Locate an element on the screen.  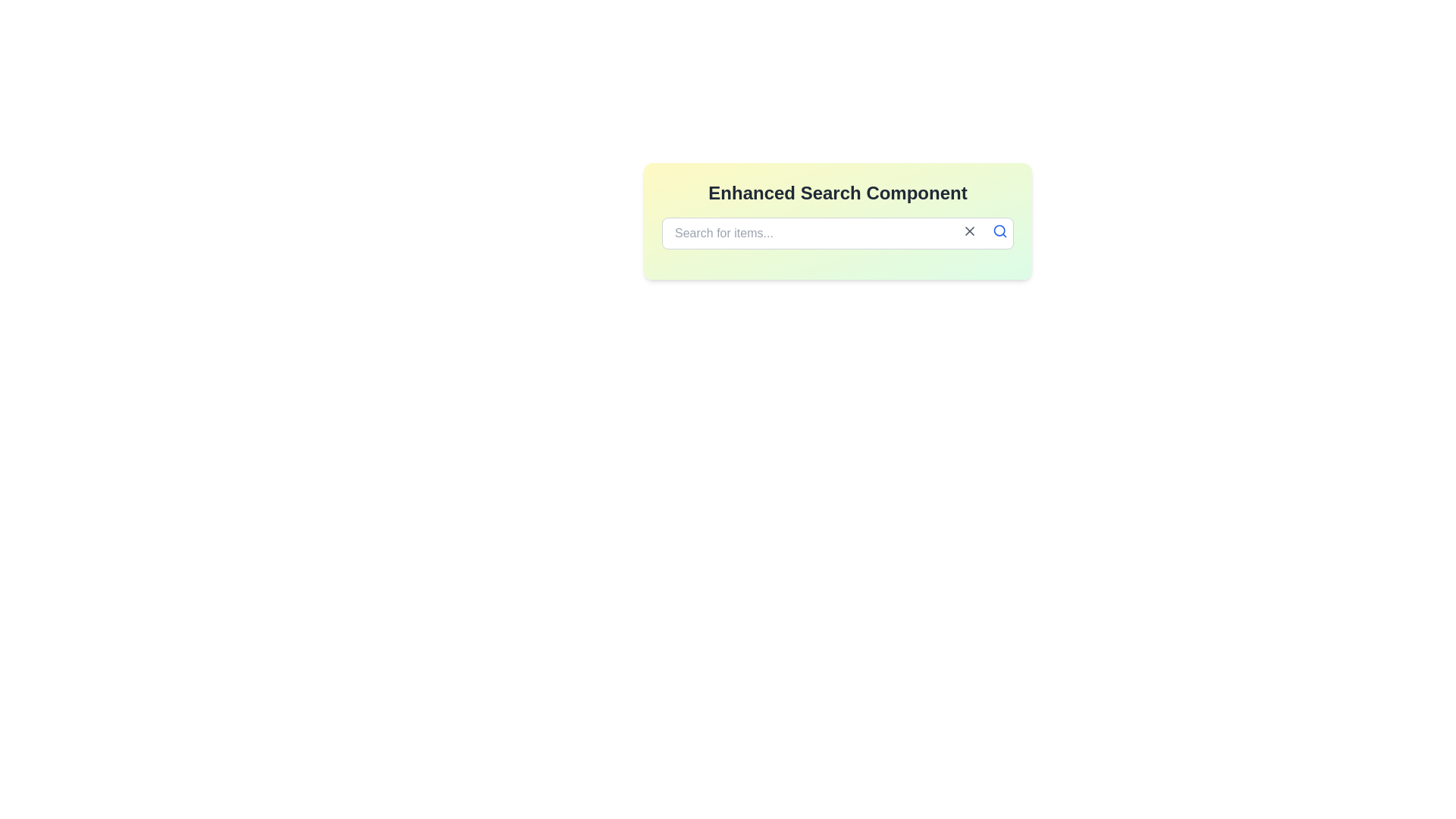
the blue search icon styled as a magnifying glass located at the top right corner of the search bar is located at coordinates (1000, 231).